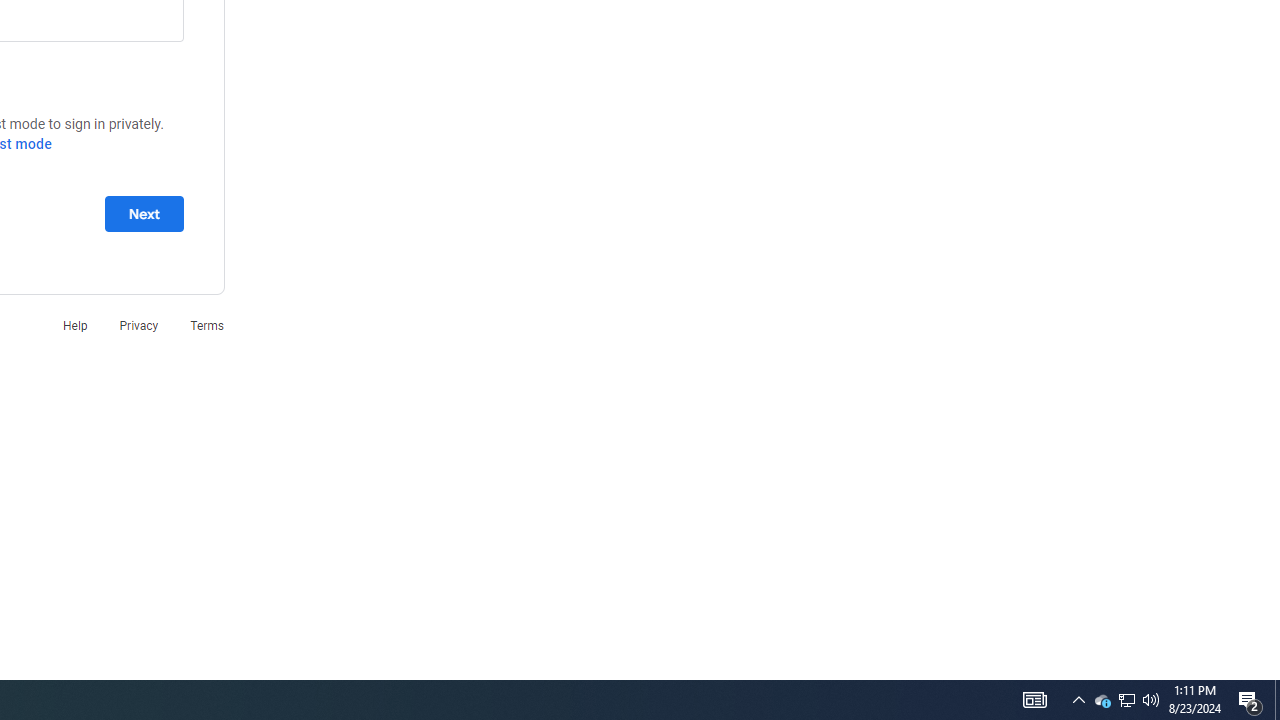 Image resolution: width=1280 pixels, height=720 pixels. Describe the element at coordinates (143, 213) in the screenshot. I see `'Next'` at that location.